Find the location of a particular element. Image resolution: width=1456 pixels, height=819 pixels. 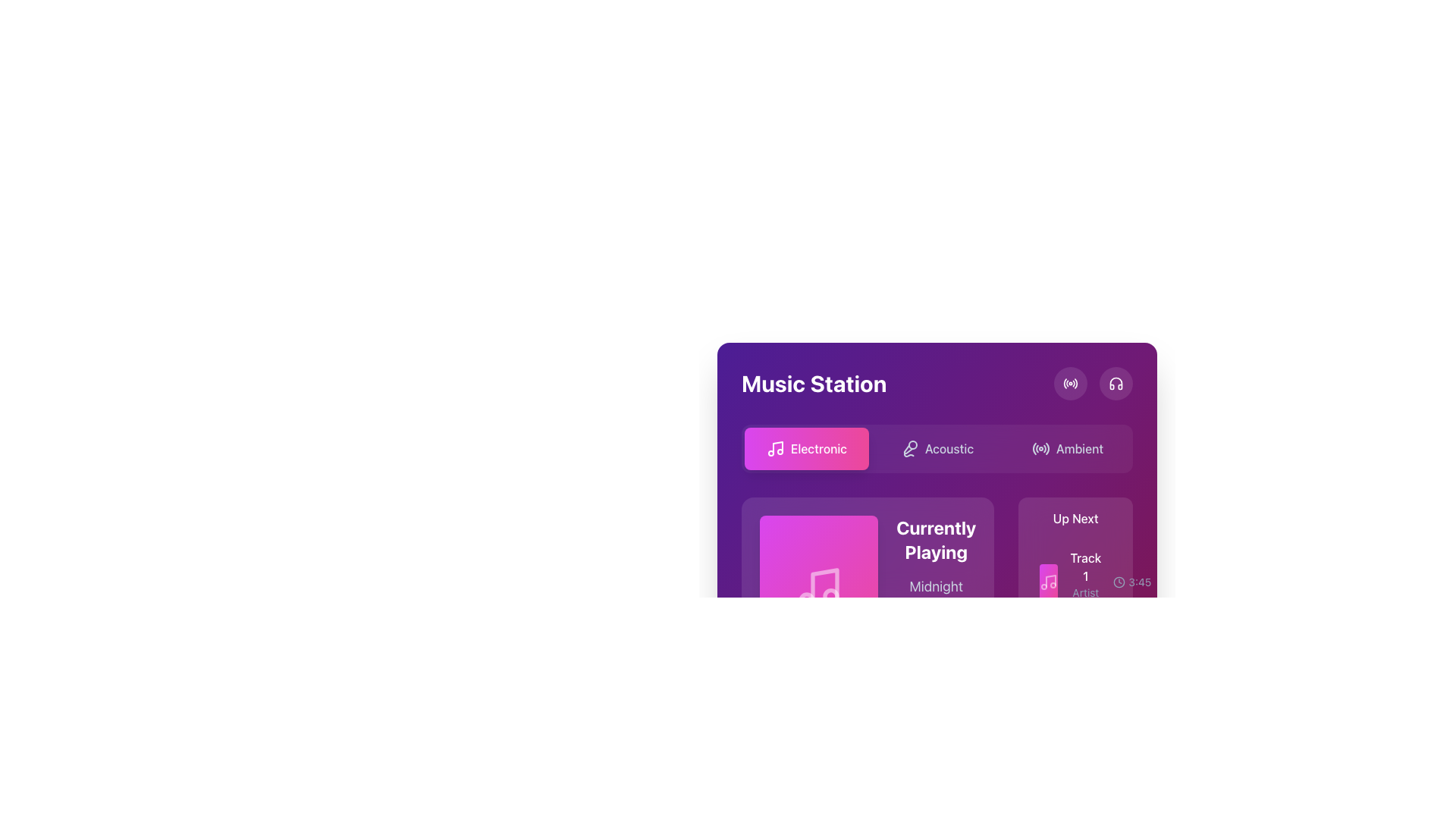

the decorative Vector Graphic Segment within the 24x24 SVG circle-like icon, which symbolizes activity or connection, located slightly towards the left edge is located at coordinates (1064, 382).